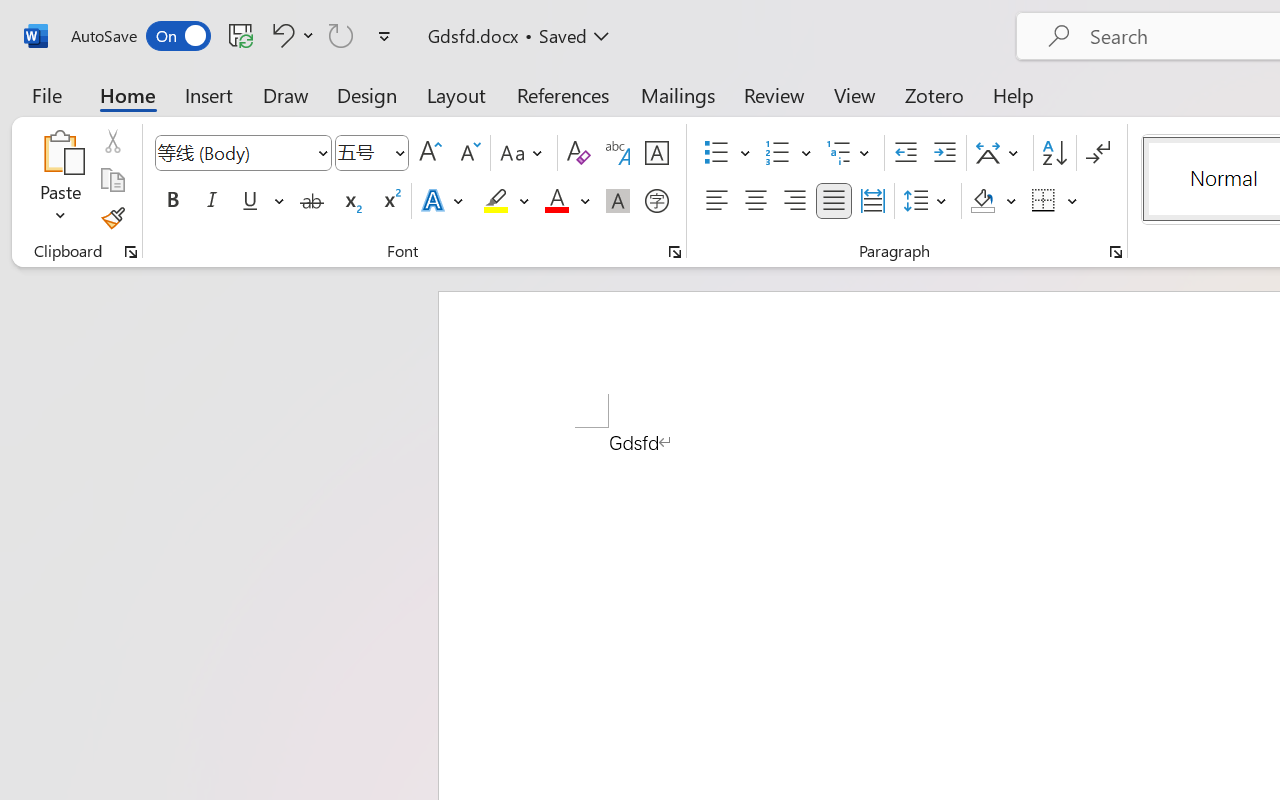 The image size is (1280, 800). I want to click on 'Undo AutoCorrect', so click(289, 34).